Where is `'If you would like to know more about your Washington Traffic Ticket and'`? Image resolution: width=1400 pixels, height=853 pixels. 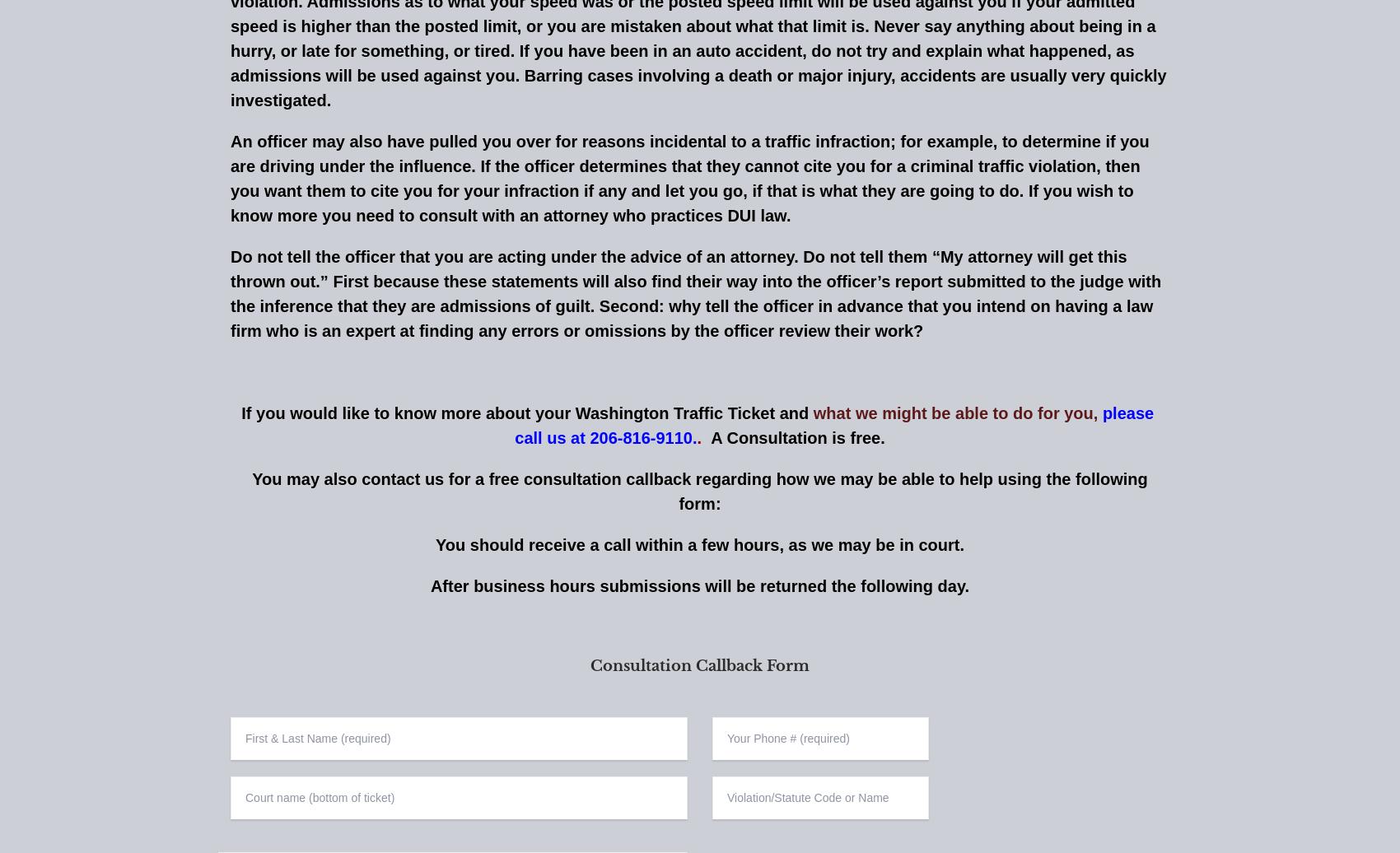 'If you would like to know more about your Washington Traffic Ticket and' is located at coordinates (527, 413).